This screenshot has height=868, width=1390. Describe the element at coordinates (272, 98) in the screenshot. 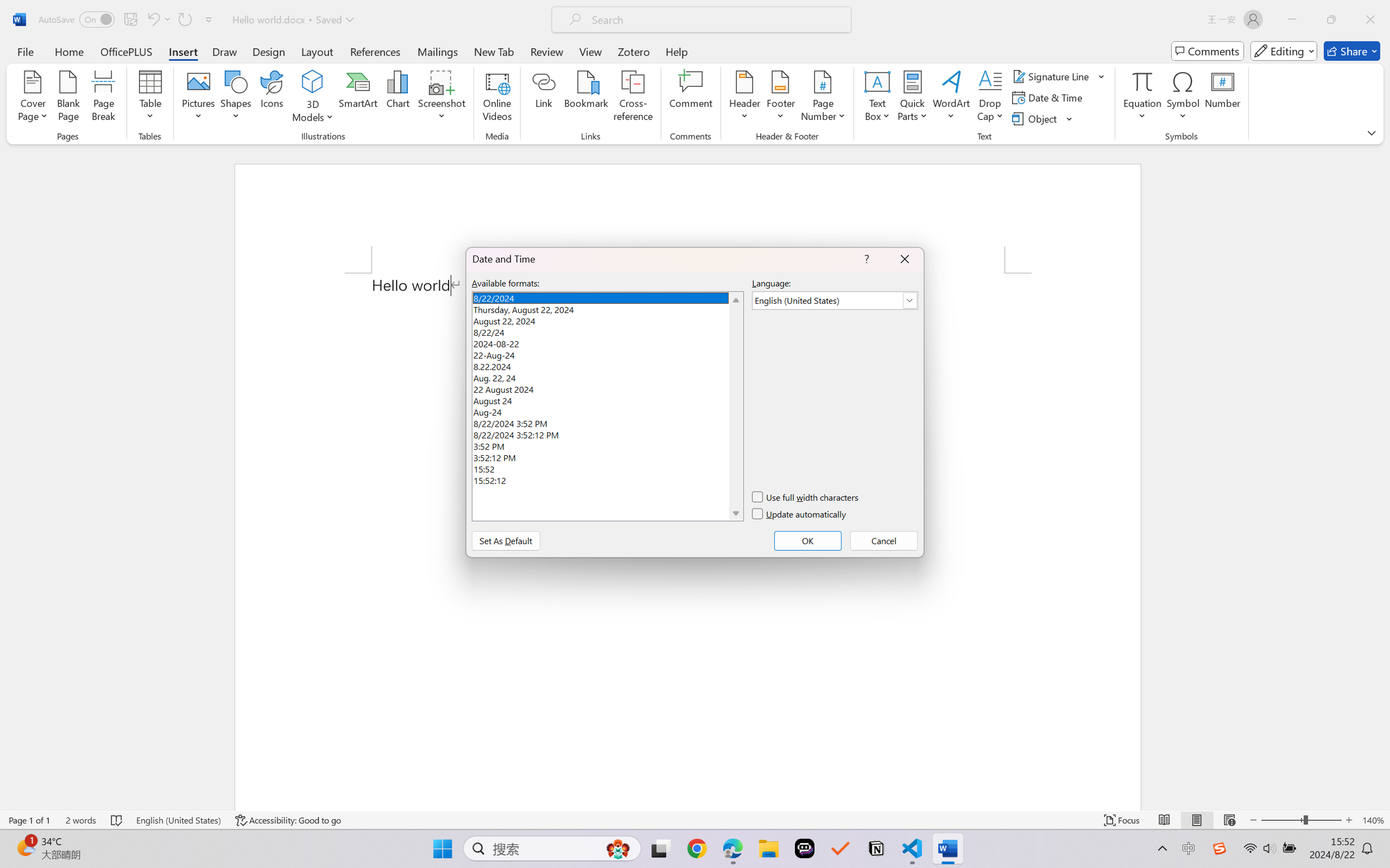

I see `'Icons'` at that location.